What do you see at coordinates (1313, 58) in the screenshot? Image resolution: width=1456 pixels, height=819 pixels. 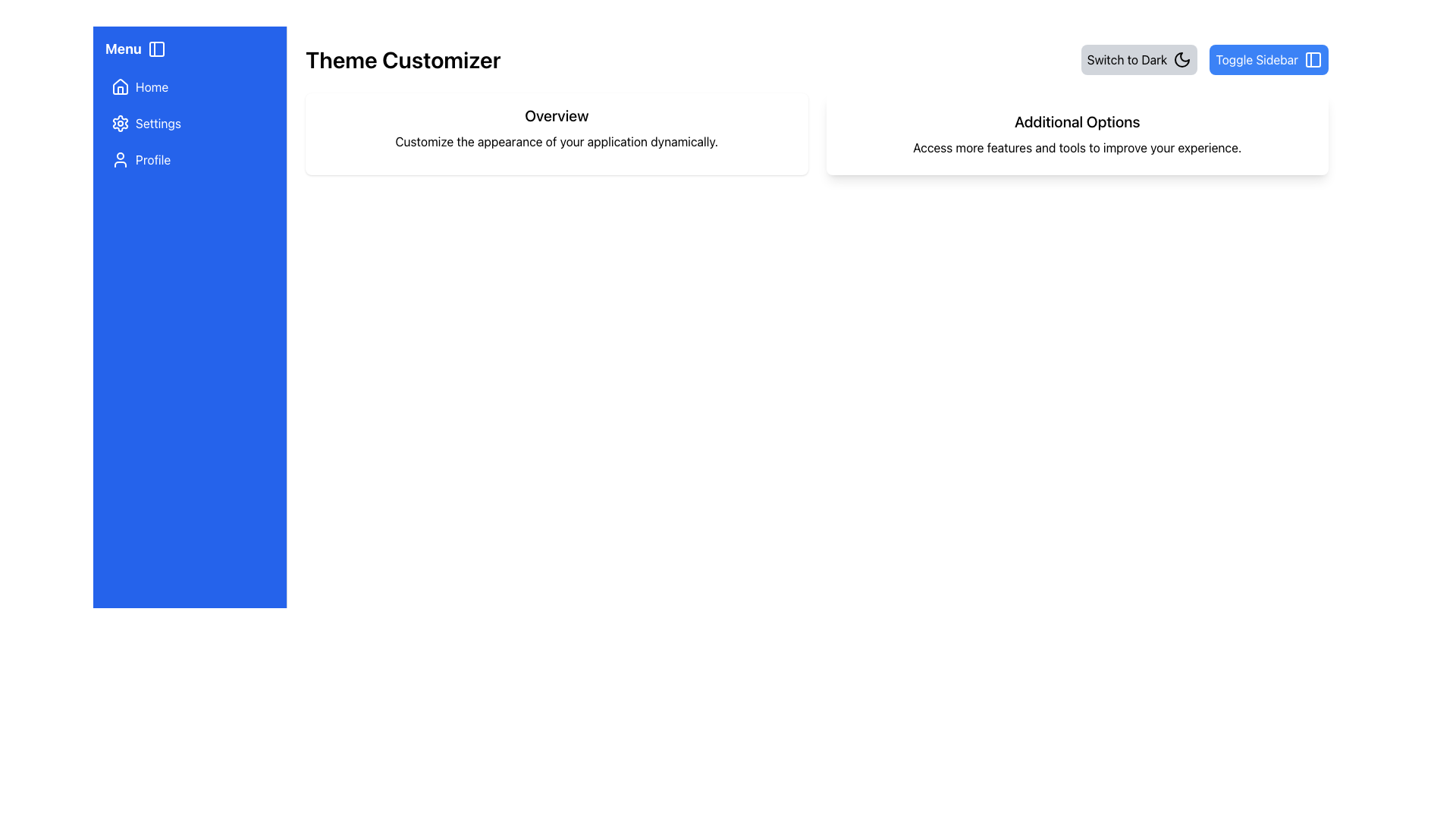 I see `the sidebar panel toggle icon, which is a graphic icon with a square and rounded corners located to the right side of the main interface, adjacent to the left edge of the Toggle Sidebar button` at bounding box center [1313, 58].